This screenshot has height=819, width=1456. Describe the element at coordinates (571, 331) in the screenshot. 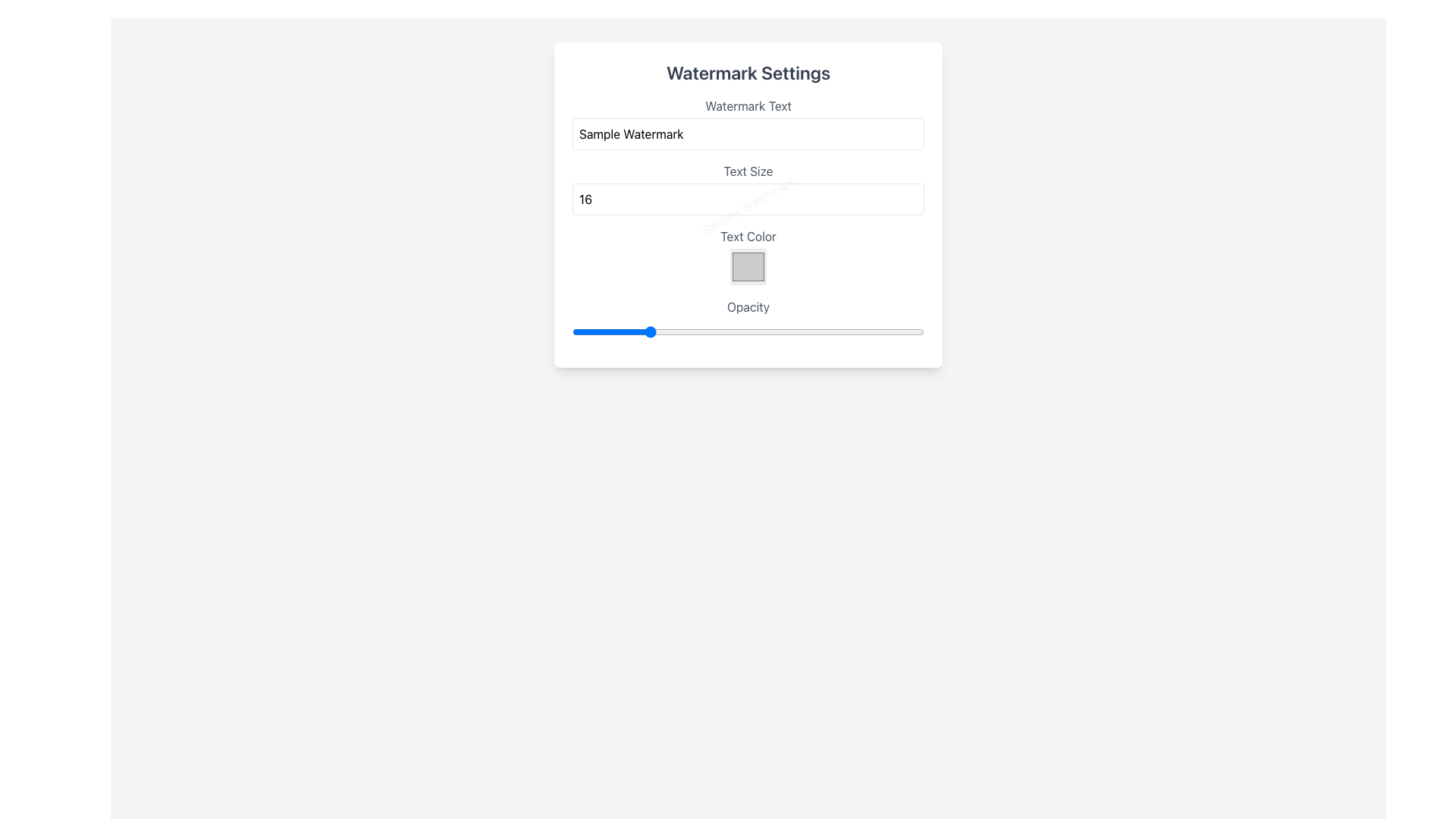

I see `the opacity slider` at that location.